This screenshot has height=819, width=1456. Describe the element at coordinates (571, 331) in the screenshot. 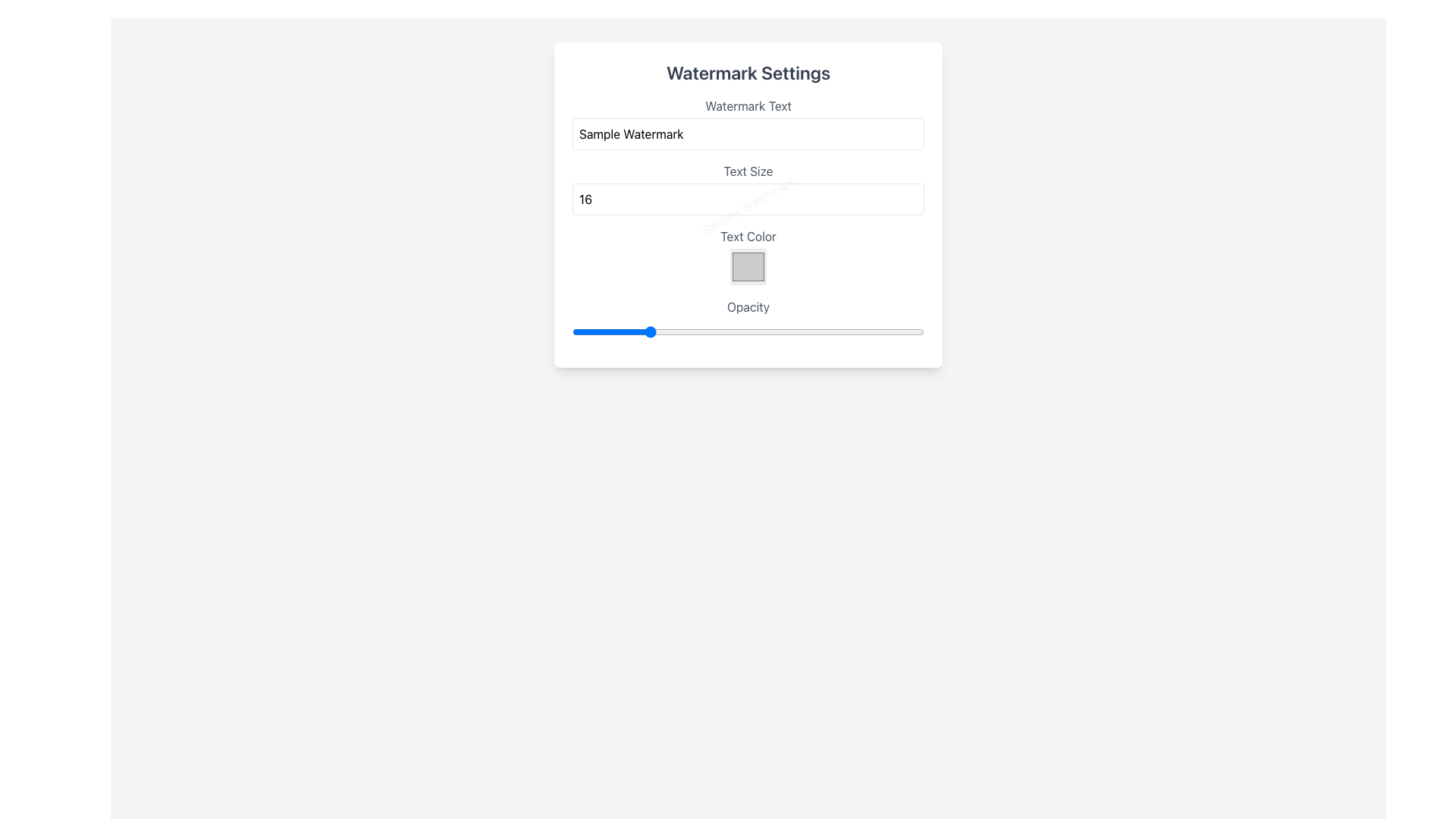

I see `the opacity slider` at that location.